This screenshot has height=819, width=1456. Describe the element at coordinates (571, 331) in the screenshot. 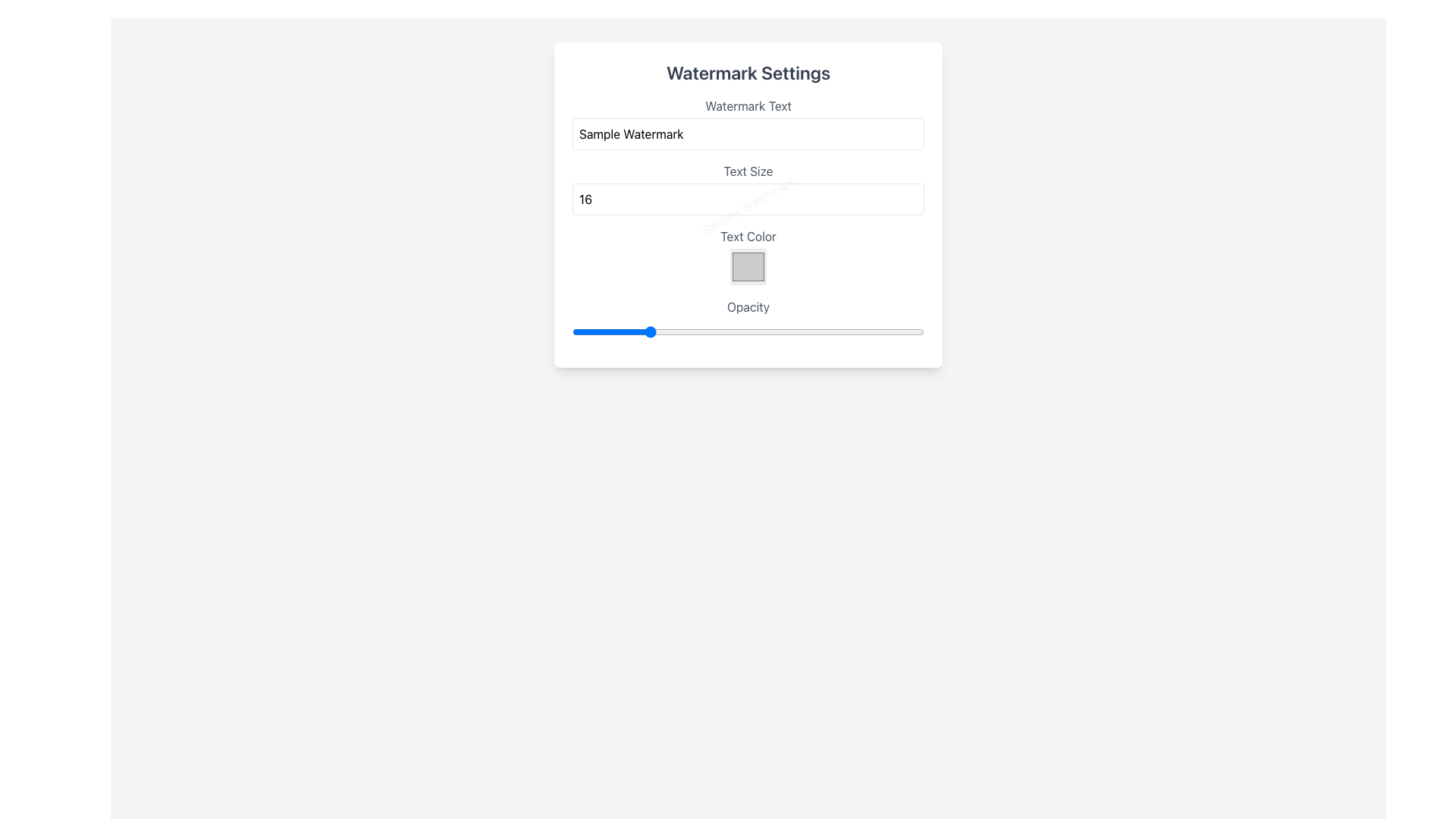

I see `the opacity slider` at that location.